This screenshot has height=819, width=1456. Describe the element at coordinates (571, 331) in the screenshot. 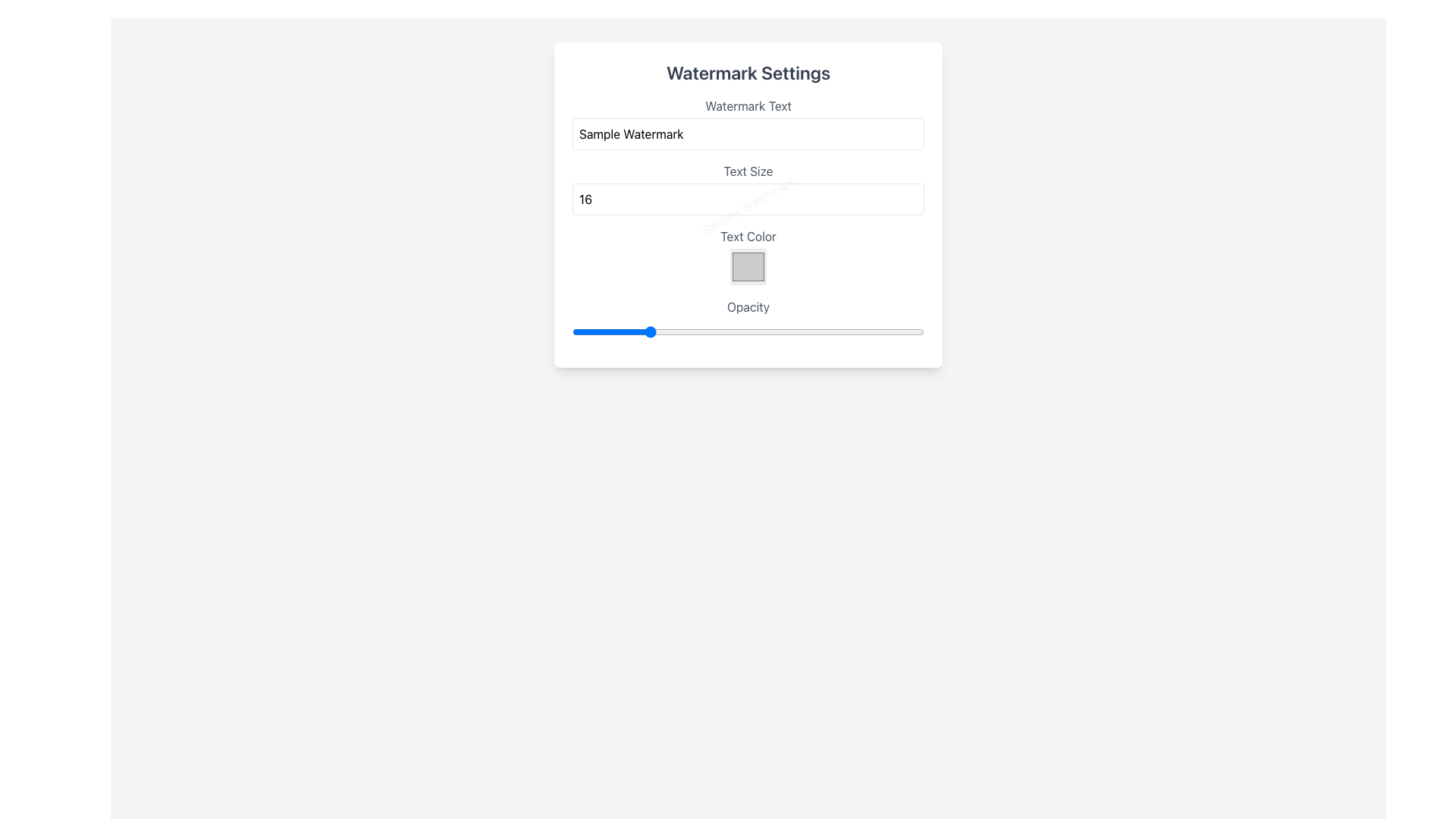

I see `the opacity slider` at that location.